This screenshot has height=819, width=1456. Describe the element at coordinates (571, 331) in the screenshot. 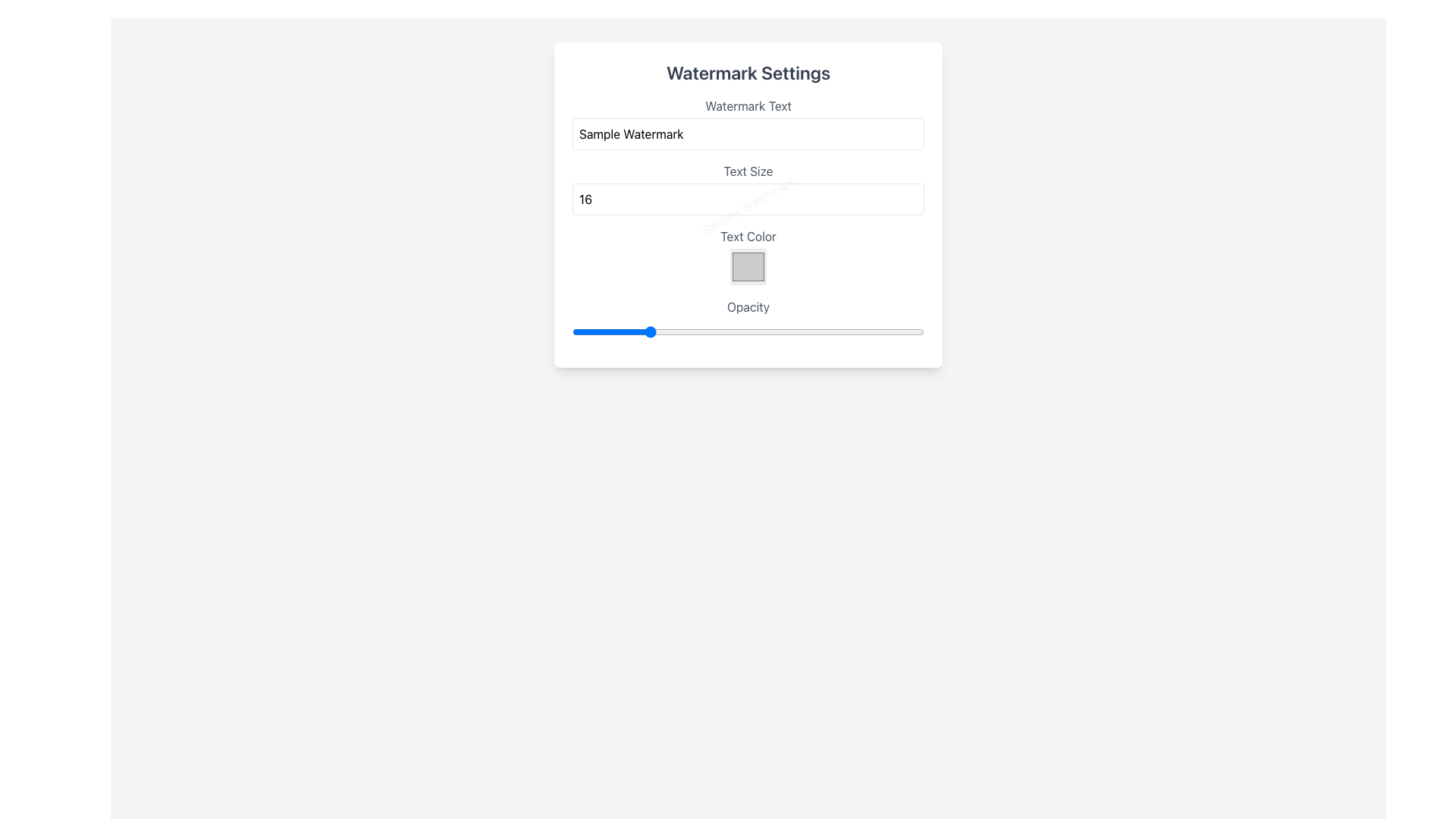

I see `the opacity slider` at that location.